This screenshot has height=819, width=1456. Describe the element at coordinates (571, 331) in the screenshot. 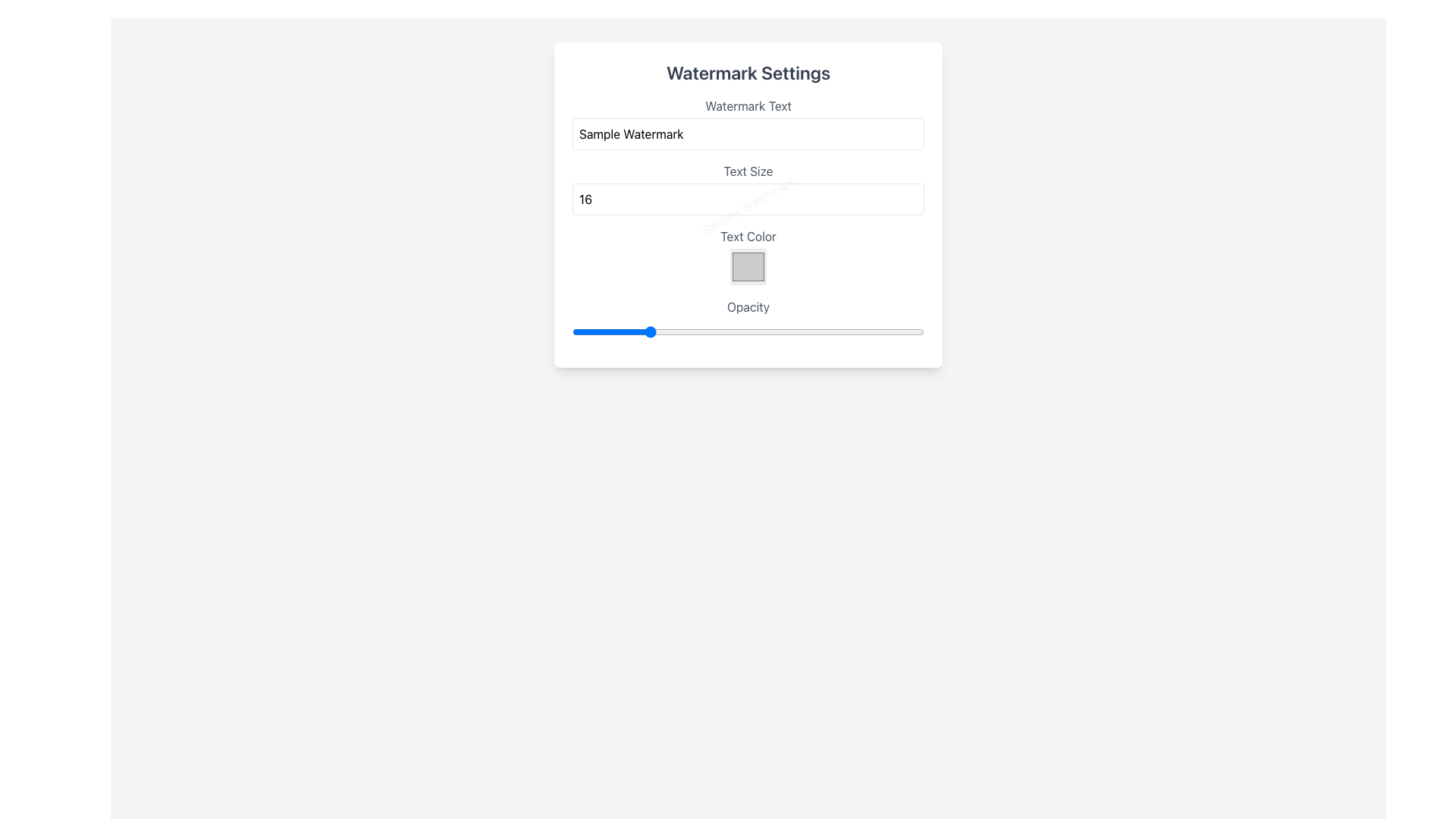

I see `the opacity slider` at that location.